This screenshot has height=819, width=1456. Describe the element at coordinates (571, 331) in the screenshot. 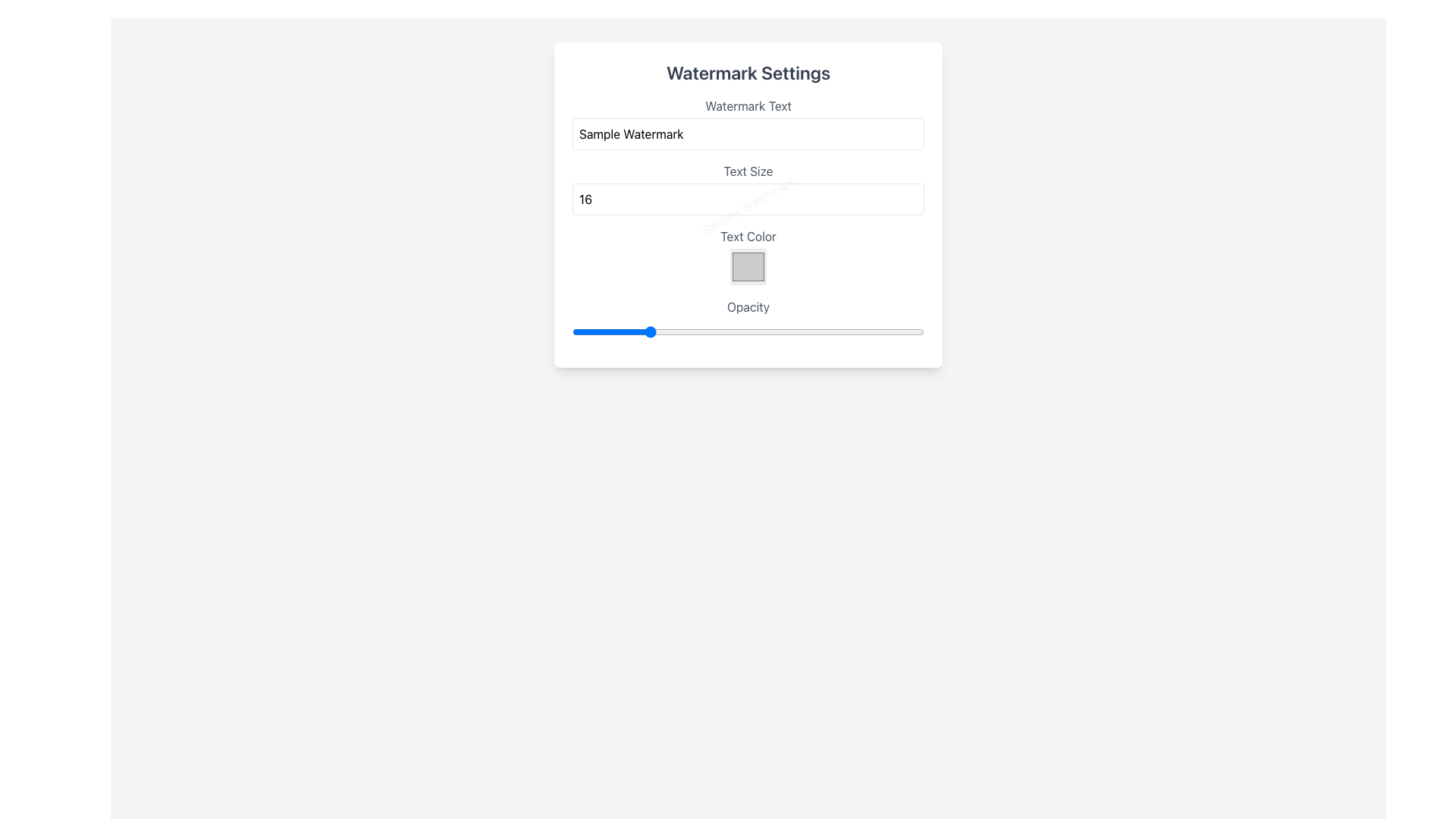

I see `the opacity slider` at that location.